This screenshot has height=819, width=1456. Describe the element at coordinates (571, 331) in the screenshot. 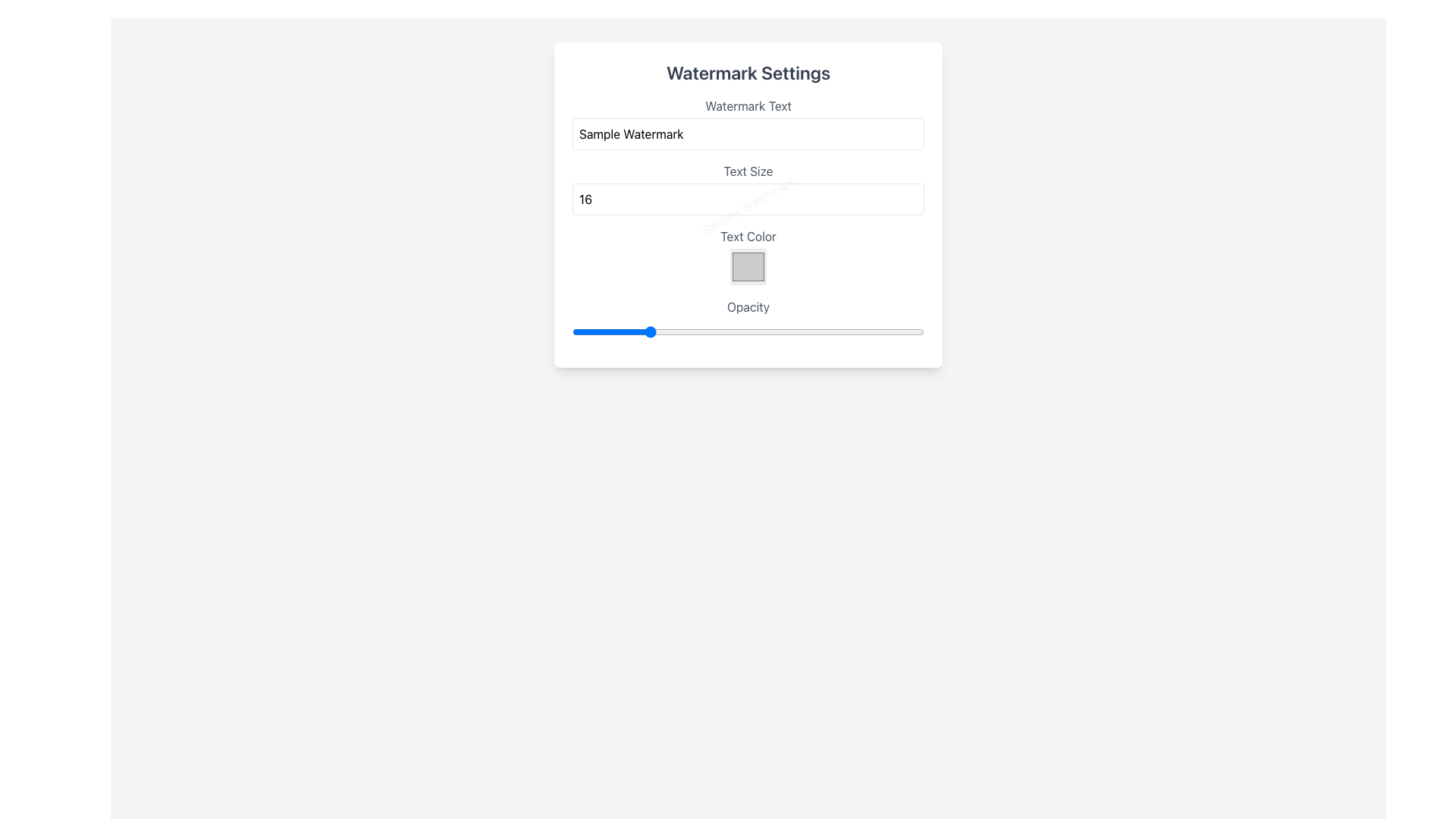

I see `the opacity slider` at that location.